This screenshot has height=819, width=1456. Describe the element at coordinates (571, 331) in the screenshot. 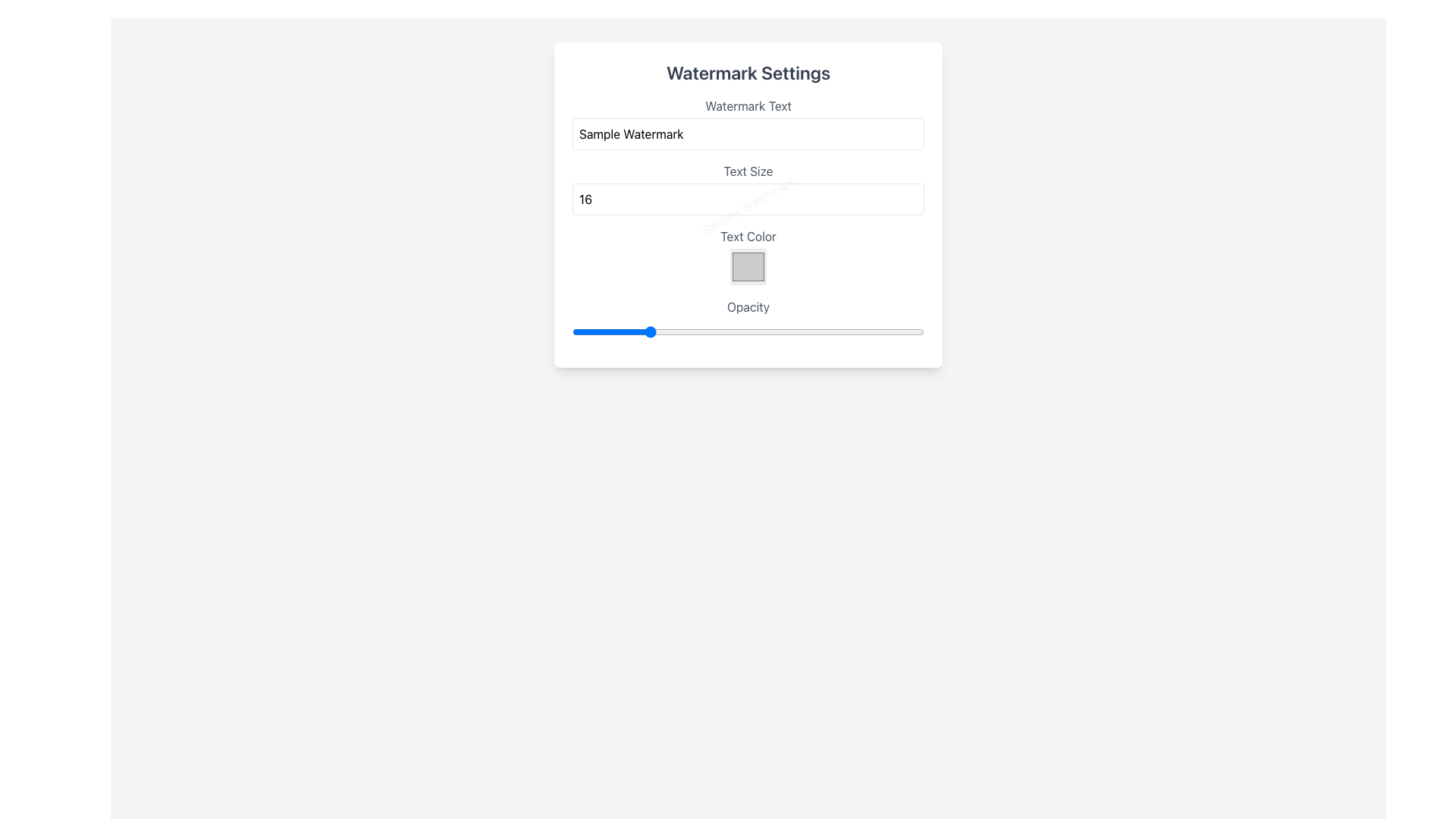

I see `the opacity slider` at that location.